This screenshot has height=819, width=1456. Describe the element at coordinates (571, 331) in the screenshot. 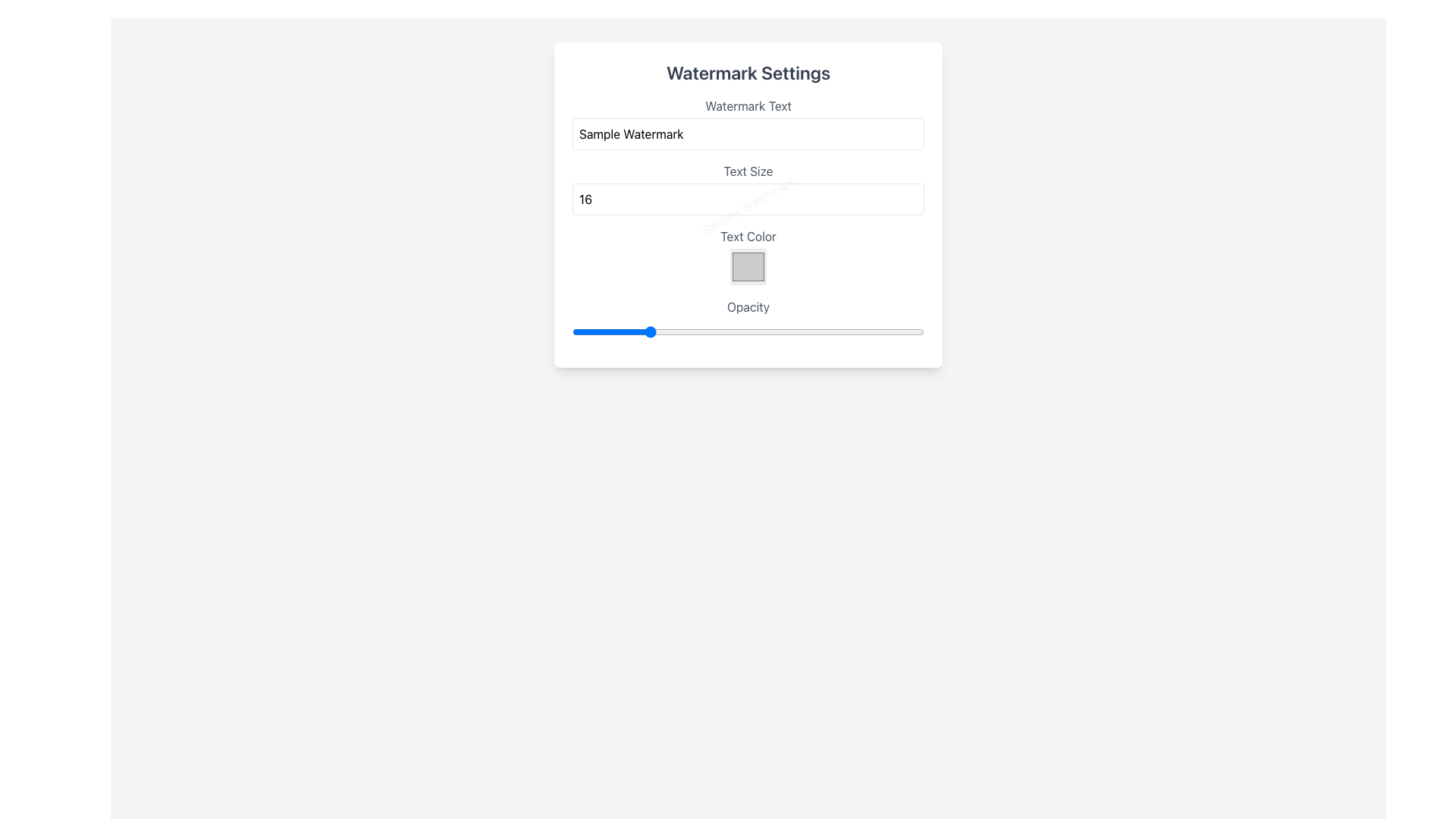

I see `the opacity slider` at that location.